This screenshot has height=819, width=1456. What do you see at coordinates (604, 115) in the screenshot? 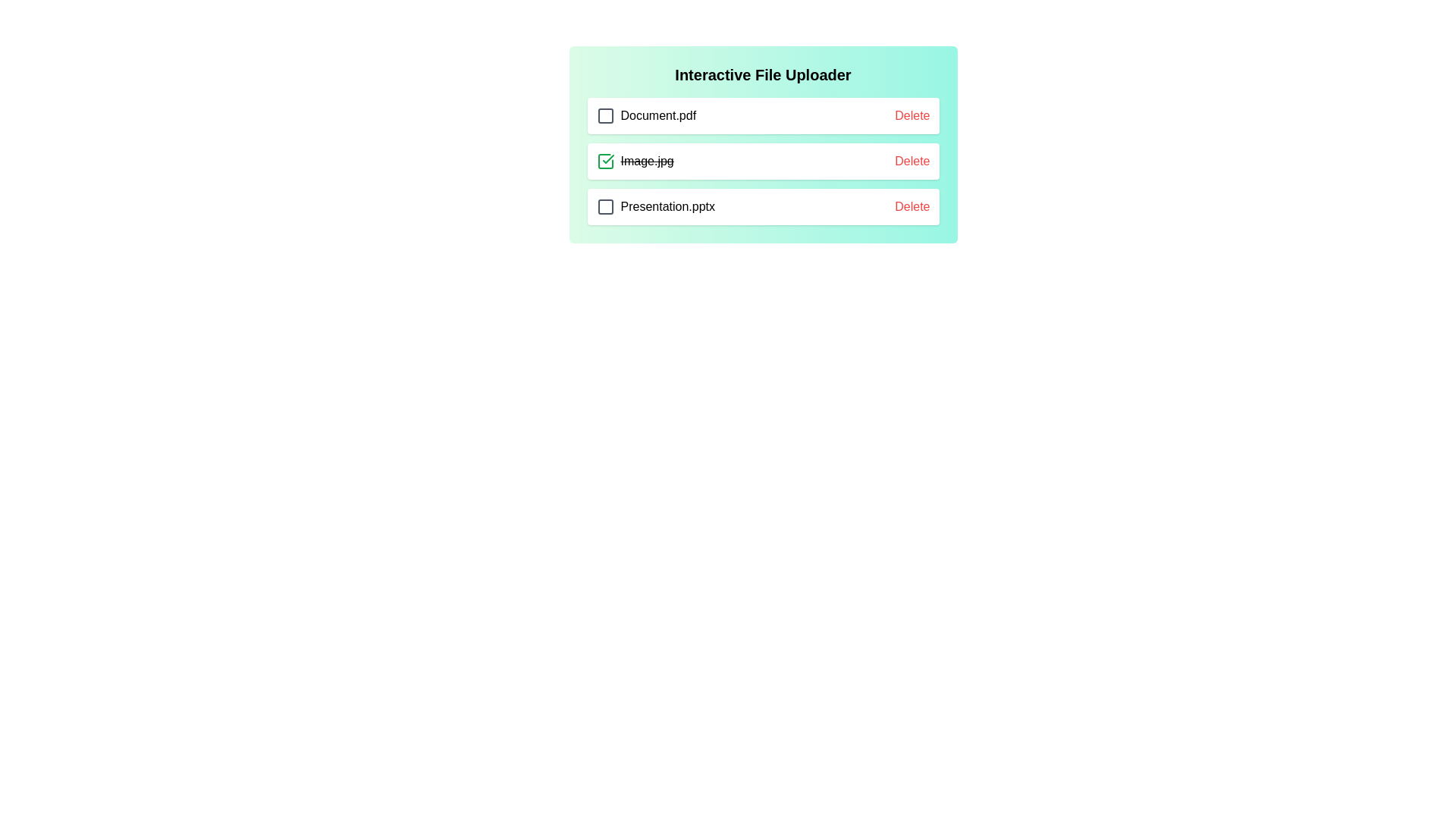
I see `the checkbox for the file Document.pdf` at bounding box center [604, 115].